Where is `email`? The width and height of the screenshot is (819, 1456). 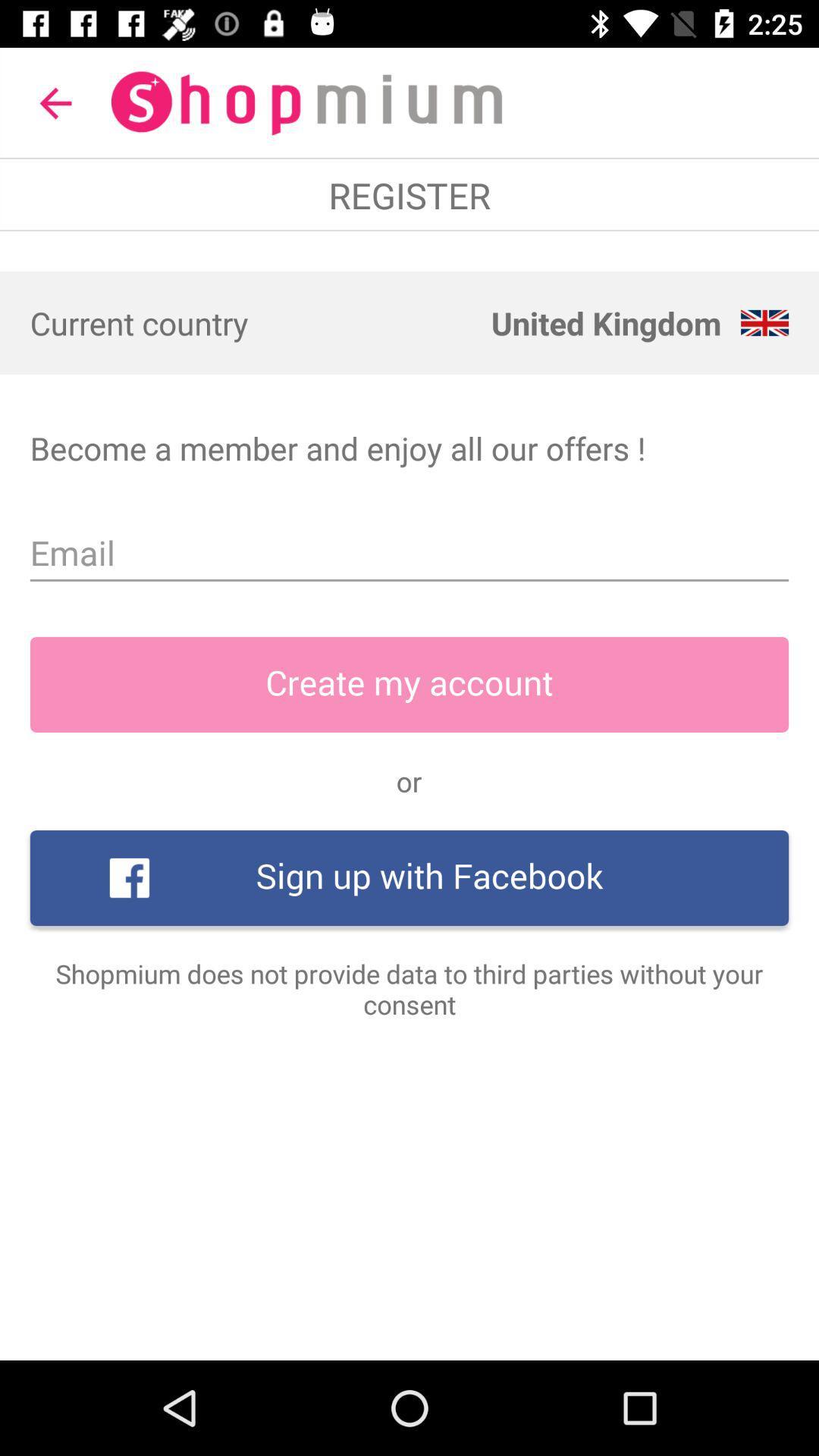 email is located at coordinates (409, 552).